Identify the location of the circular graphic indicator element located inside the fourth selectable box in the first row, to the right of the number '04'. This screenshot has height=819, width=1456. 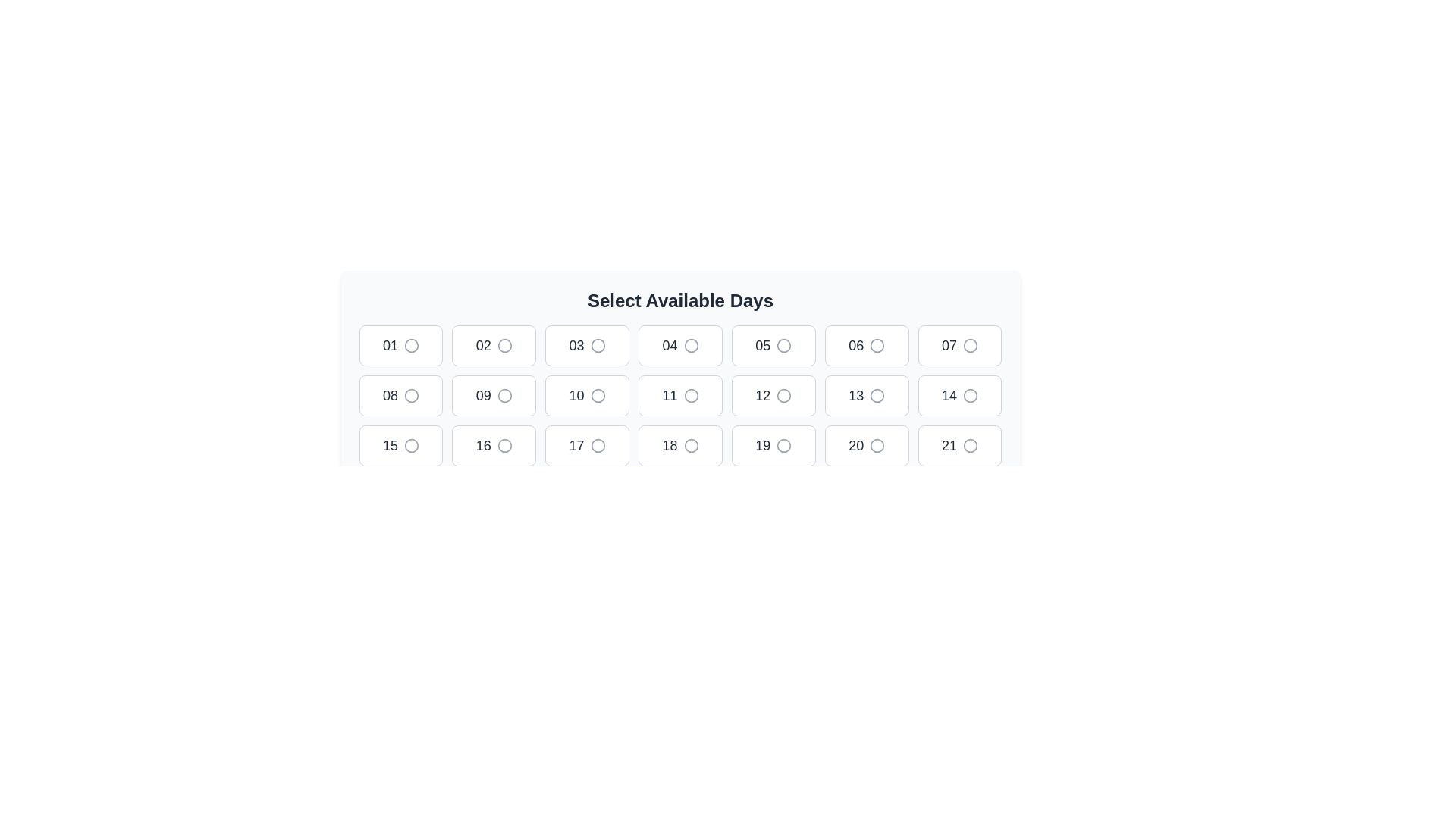
(690, 345).